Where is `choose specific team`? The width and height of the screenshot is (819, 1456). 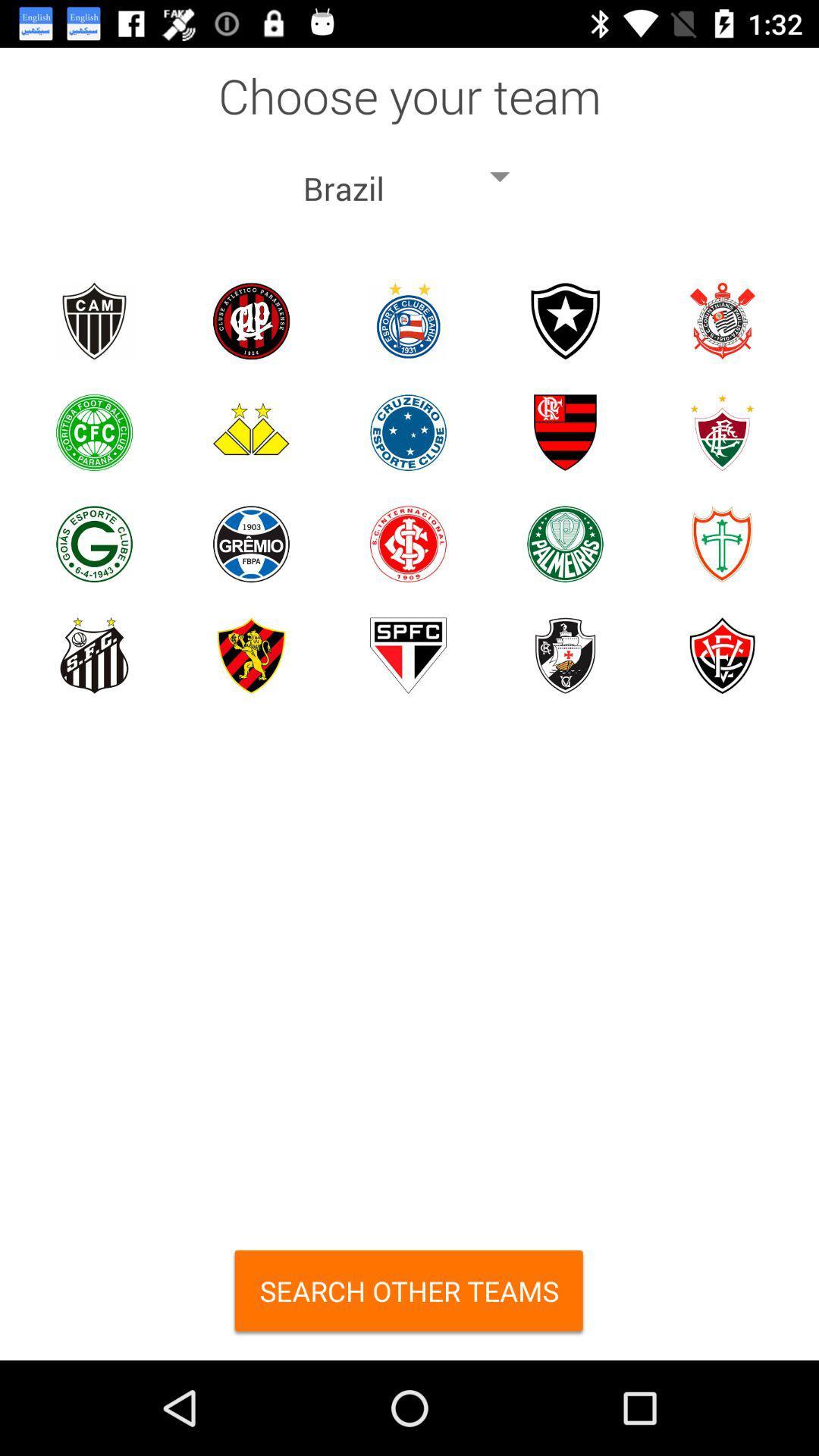 choose specific team is located at coordinates (721, 655).